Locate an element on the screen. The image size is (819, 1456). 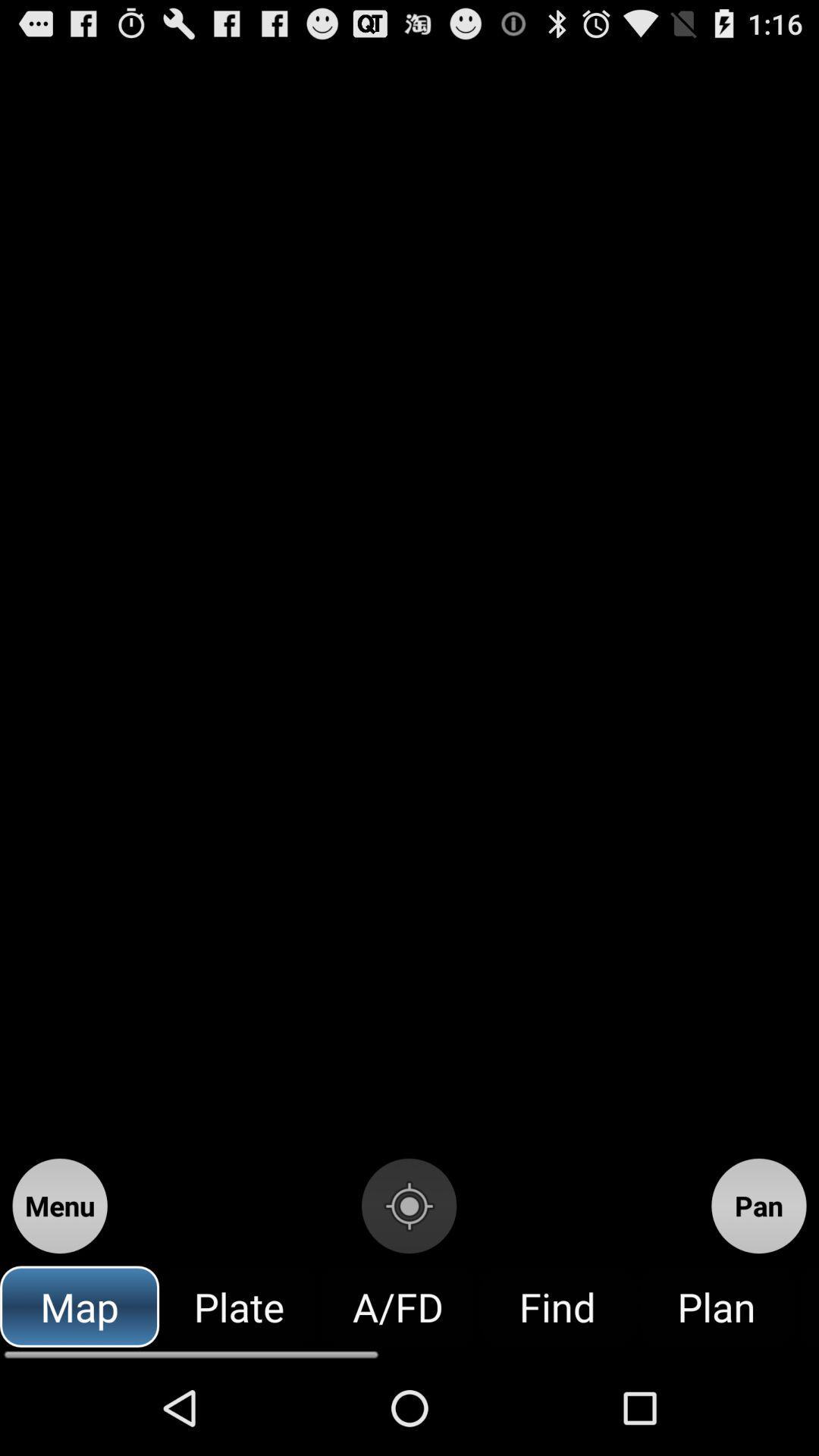
icon next to pan item is located at coordinates (408, 1205).